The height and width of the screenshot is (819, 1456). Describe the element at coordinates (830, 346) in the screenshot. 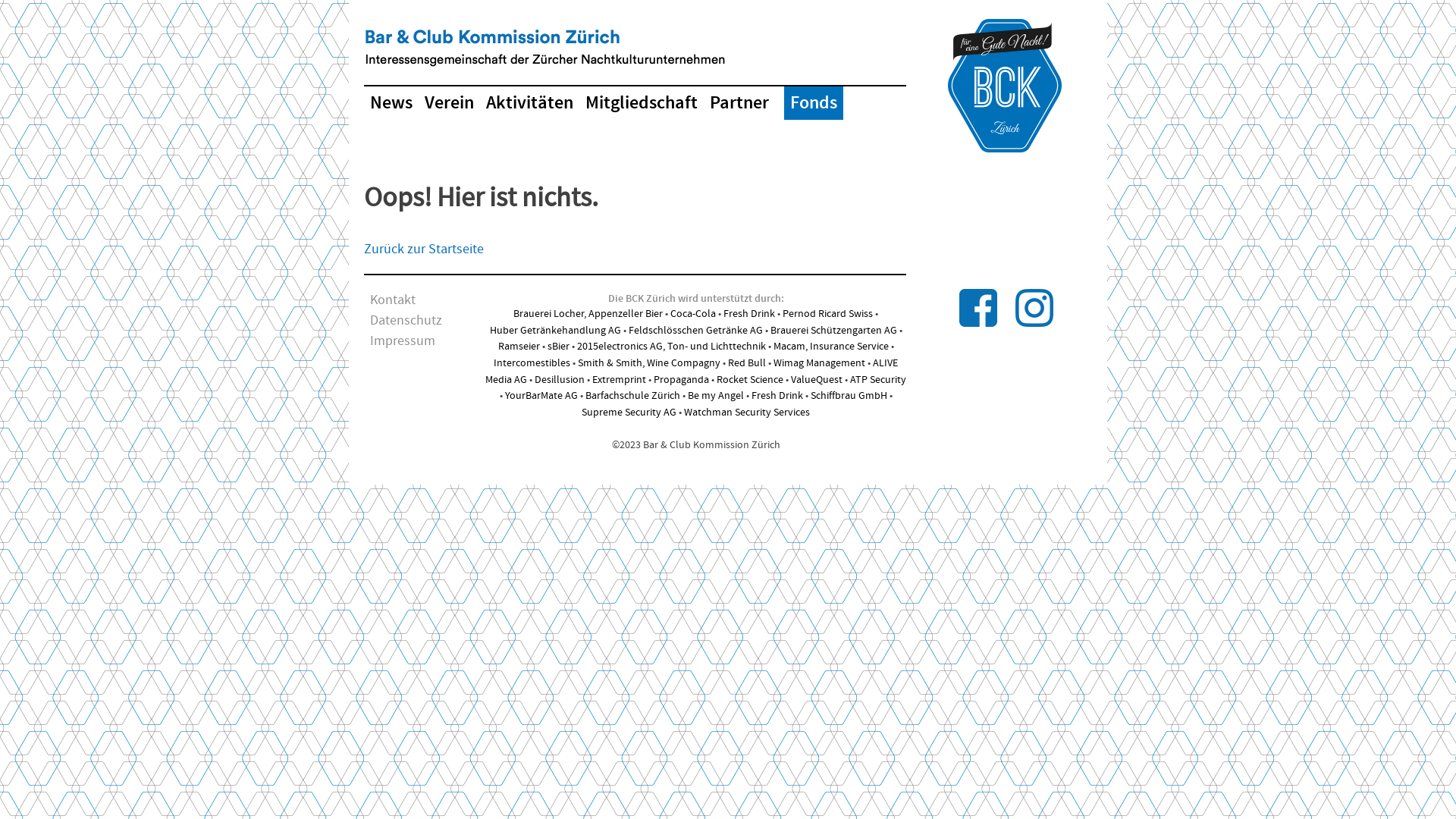

I see `'Macam, Insurance Service'` at that location.